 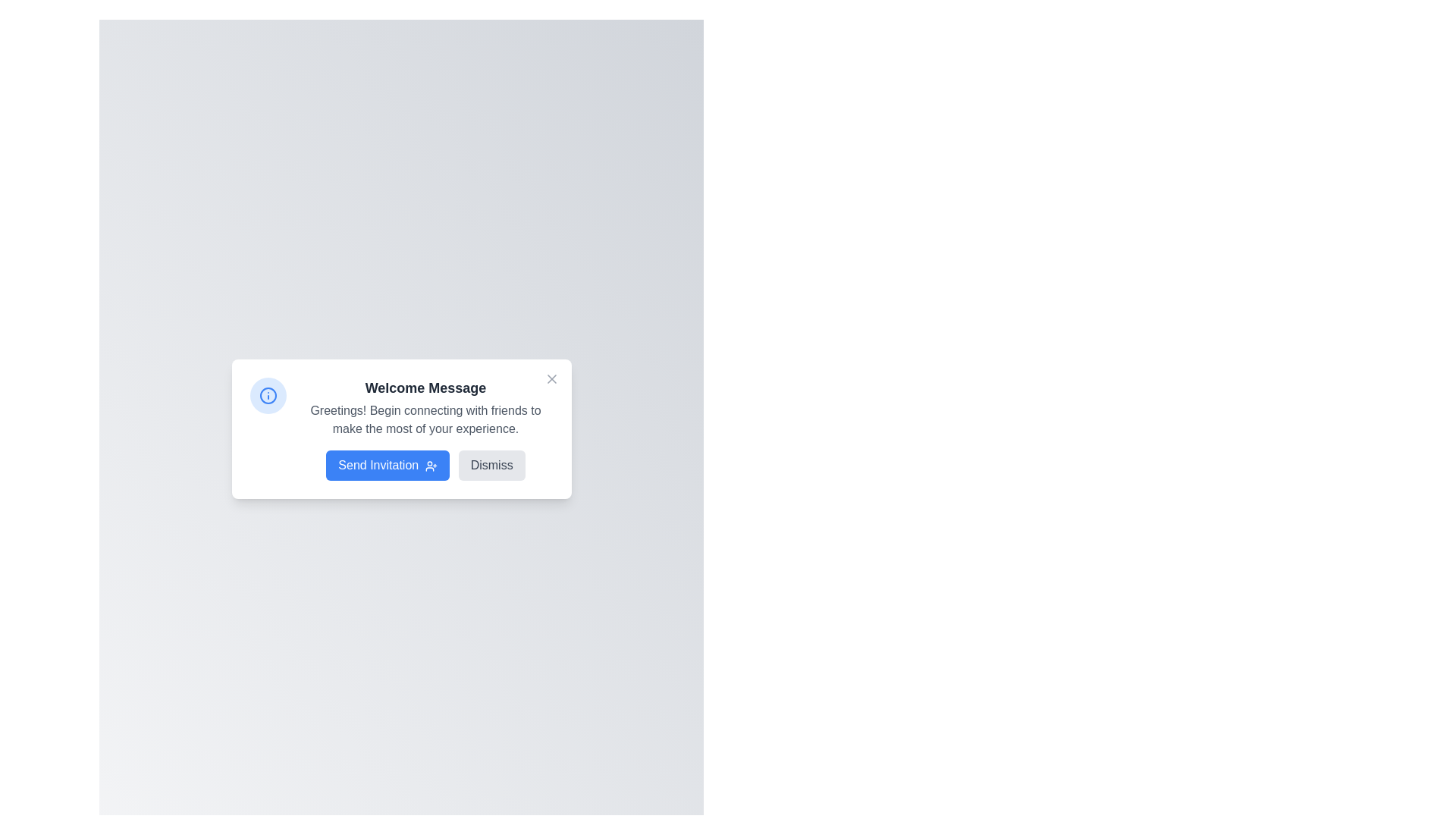 What do you see at coordinates (388, 464) in the screenshot?
I see `the blue rectangular button labeled 'Send Invitation'` at bounding box center [388, 464].